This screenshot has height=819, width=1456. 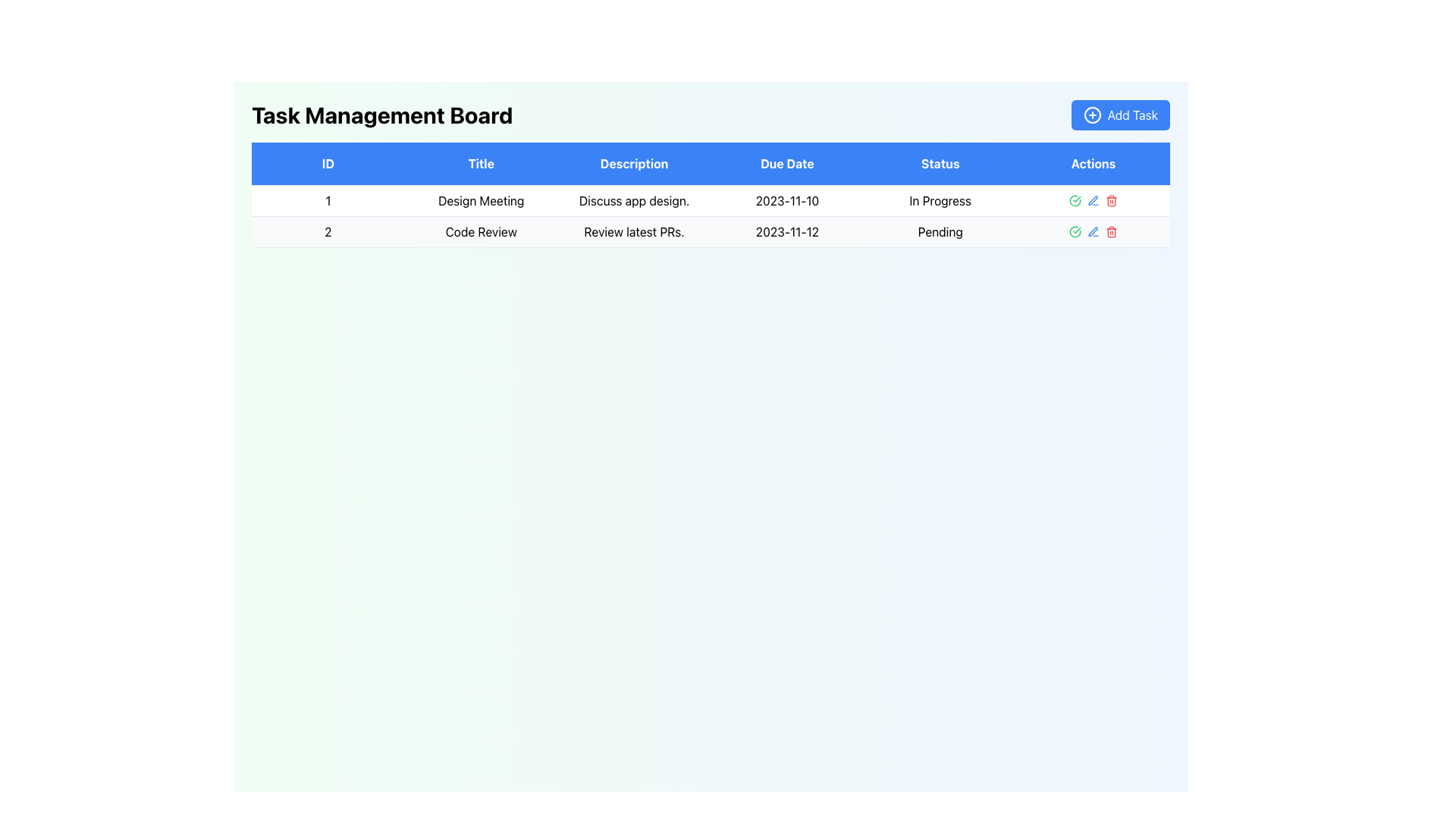 What do you see at coordinates (940, 164) in the screenshot?
I see `the blue rectangular Table Header Cell containing the bold, white text 'Status', which is the fifth header in the table row` at bounding box center [940, 164].